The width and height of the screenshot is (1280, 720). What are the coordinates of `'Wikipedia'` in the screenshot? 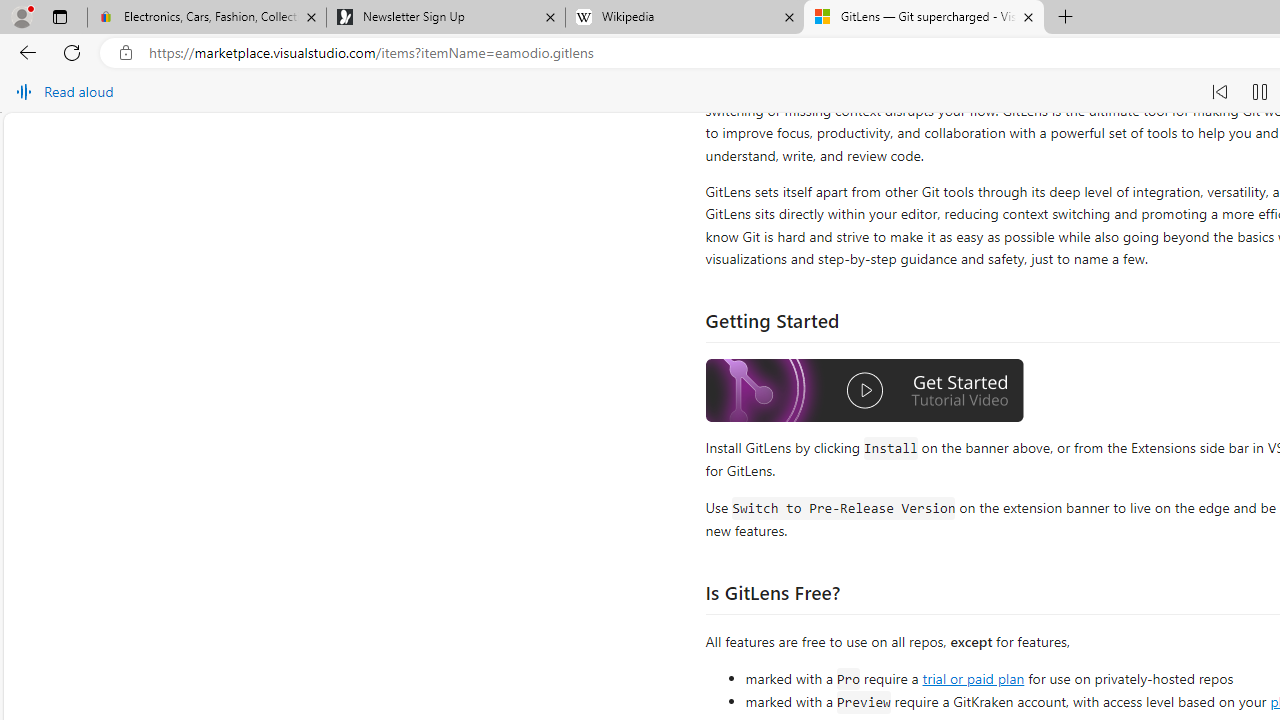 It's located at (684, 17).